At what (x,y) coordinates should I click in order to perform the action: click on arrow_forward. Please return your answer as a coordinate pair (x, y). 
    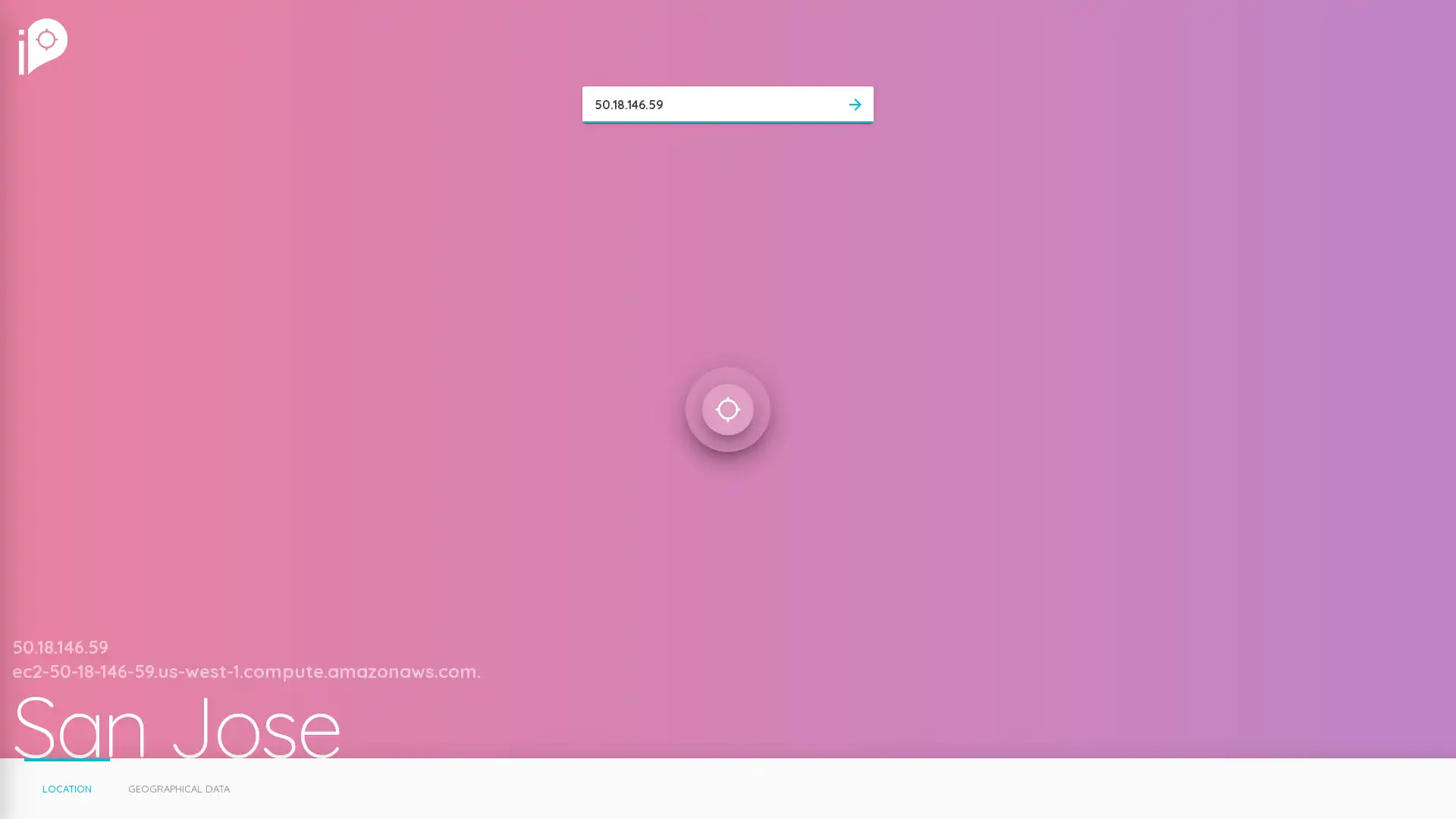
    Looking at the image, I should click on (855, 104).